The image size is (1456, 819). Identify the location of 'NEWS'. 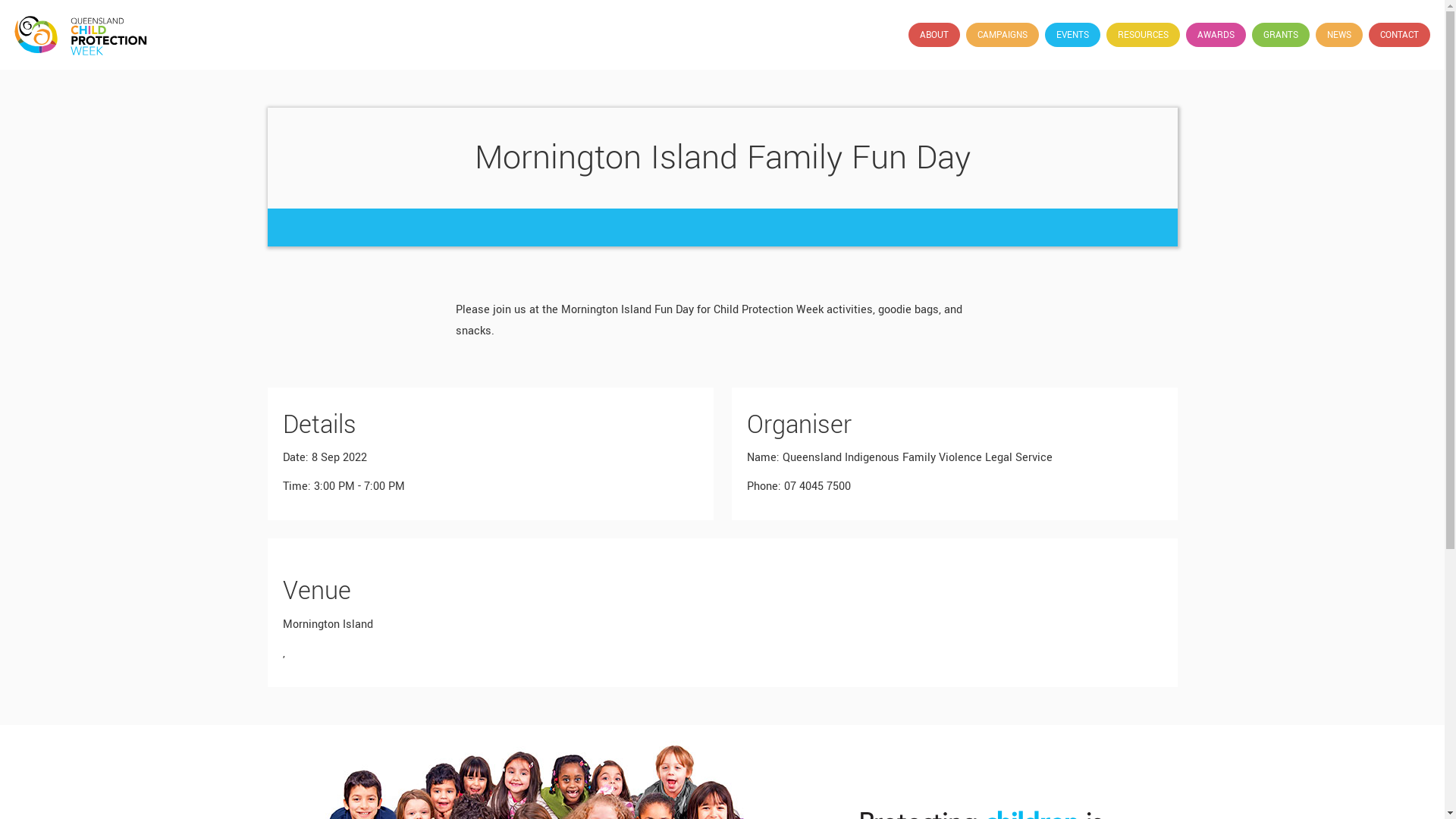
(1314, 34).